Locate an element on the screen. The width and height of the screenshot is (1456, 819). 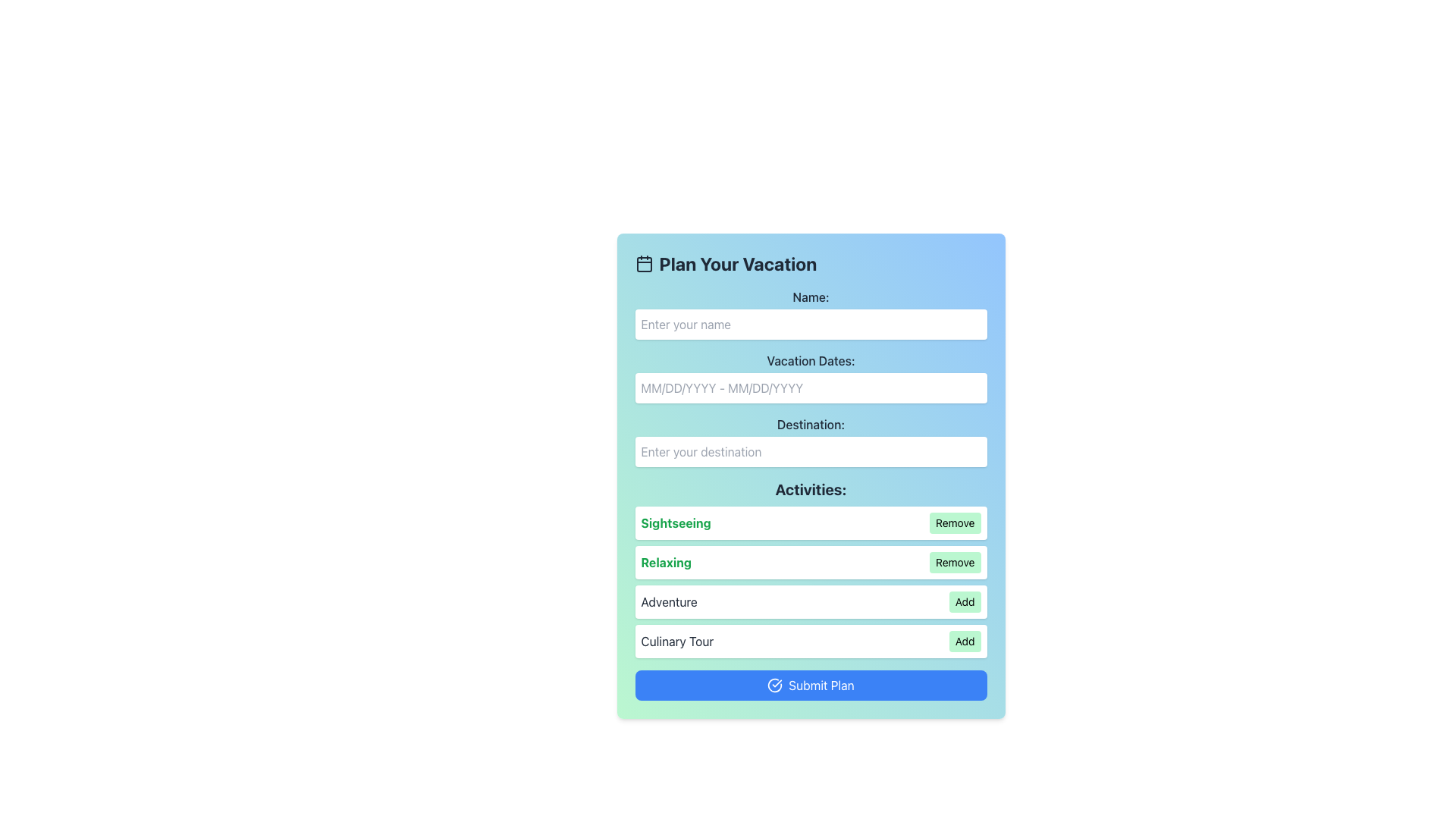
the 'Add' button of the third activity entry in the 'Activities' section to trigger the hover effect is located at coordinates (810, 601).